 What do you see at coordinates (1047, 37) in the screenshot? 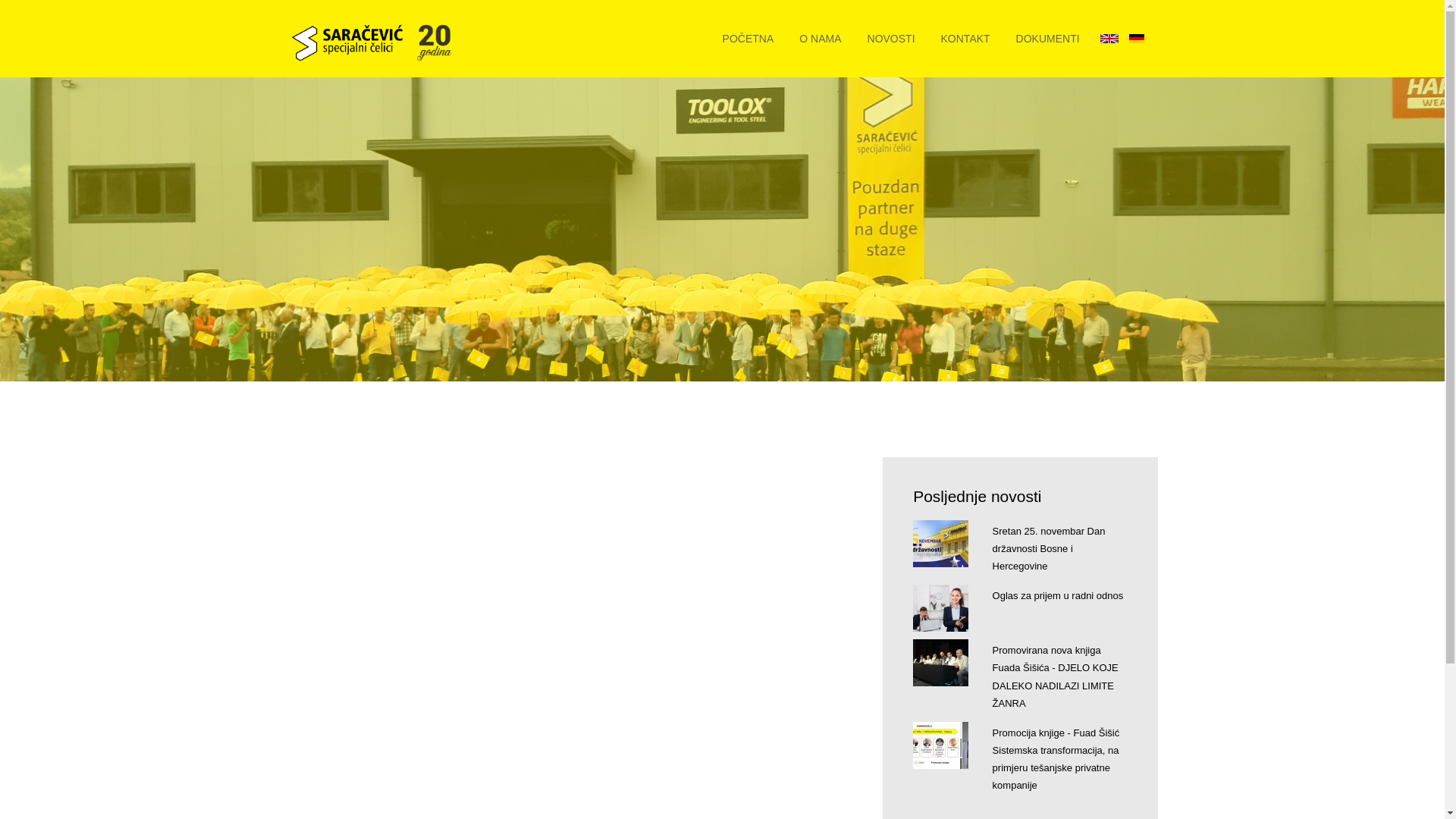
I see `'DOKUMENTI'` at bounding box center [1047, 37].